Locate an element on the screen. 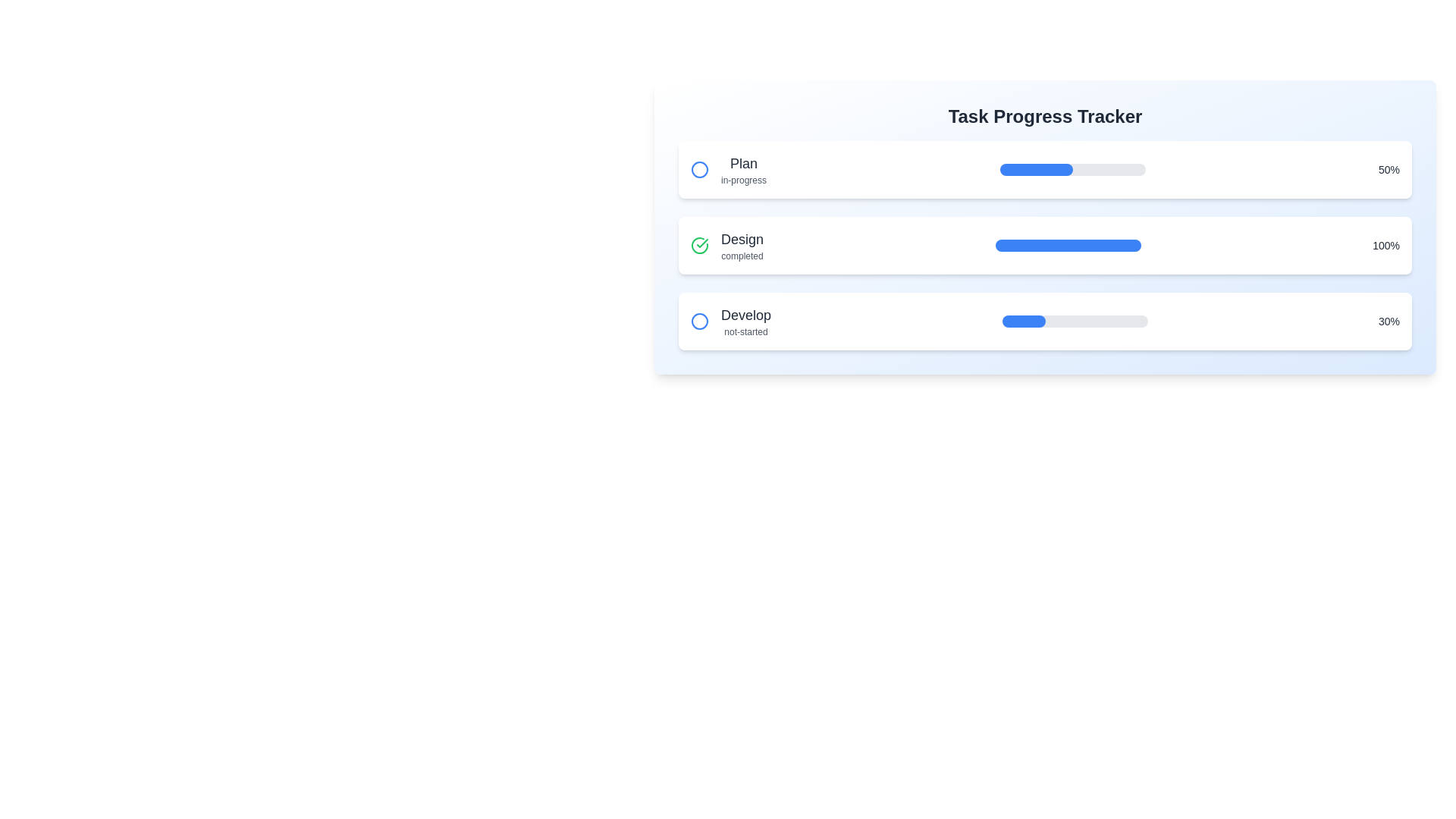 Image resolution: width=1456 pixels, height=819 pixels. the static text label that indicates the status of the task 'Plan', located directly below the bolded 'Plan' in the 'Task Progress Tracker' is located at coordinates (743, 180).